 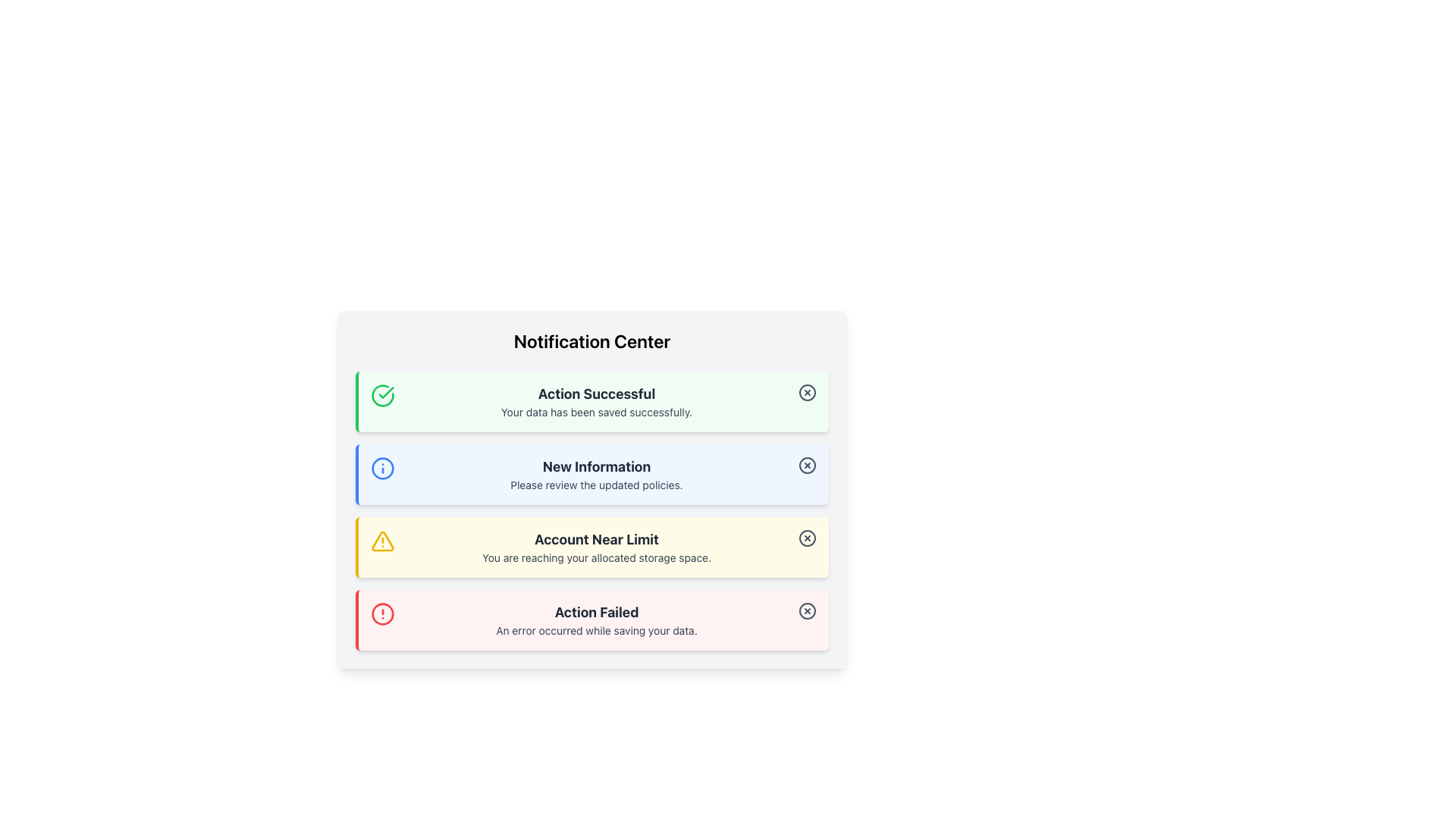 I want to click on the text reading 'Your data has been saved successfully.' which is styled in a small gray font and located directly beneath the bold 'Action Successful' heading in a green-highlighted notification panel, so click(x=596, y=412).